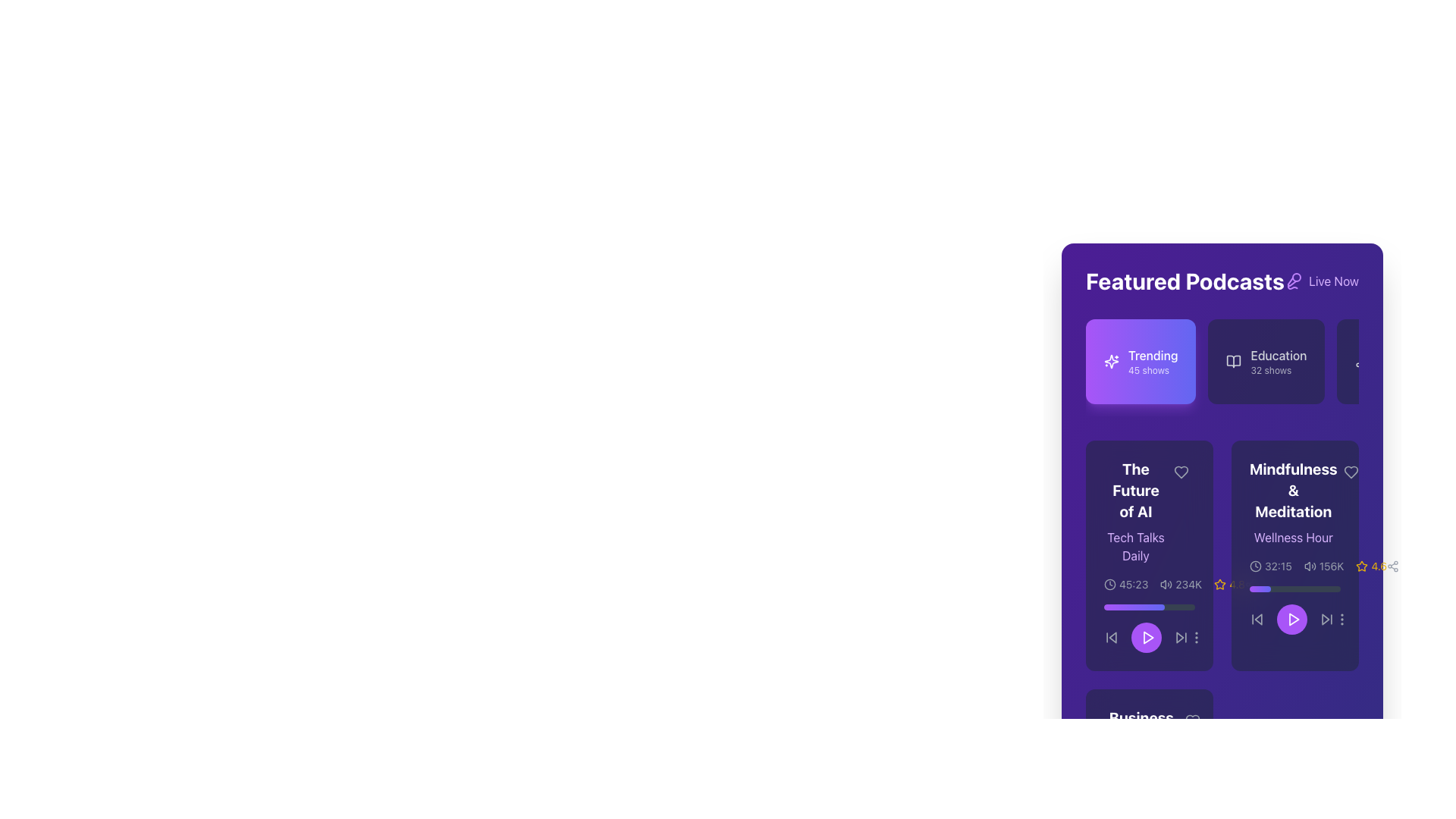 This screenshot has width=1456, height=819. Describe the element at coordinates (1150, 637) in the screenshot. I see `the play/pause button located centrally in the playback controls below the title 'The Future of AI'` at that location.